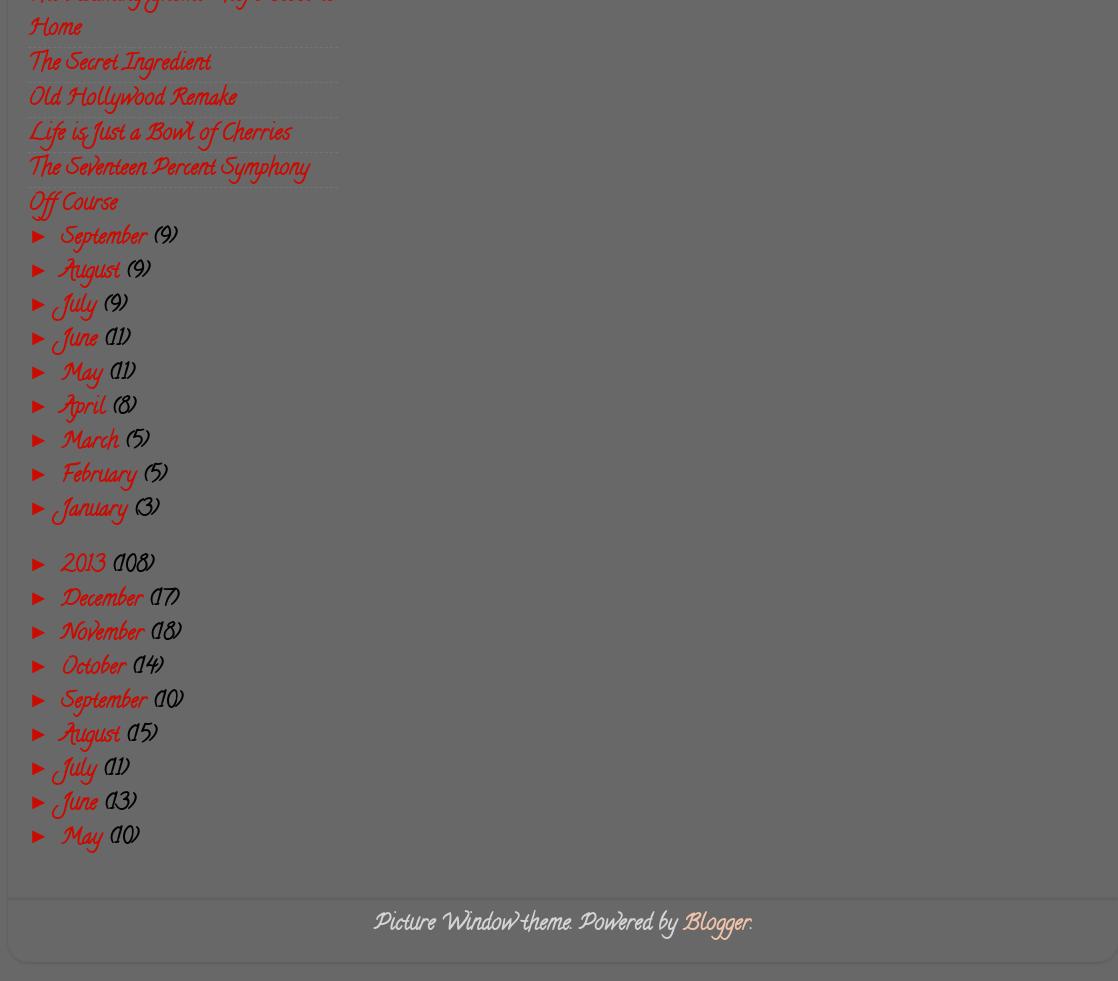 The image size is (1118, 981). I want to click on 'October', so click(61, 667).